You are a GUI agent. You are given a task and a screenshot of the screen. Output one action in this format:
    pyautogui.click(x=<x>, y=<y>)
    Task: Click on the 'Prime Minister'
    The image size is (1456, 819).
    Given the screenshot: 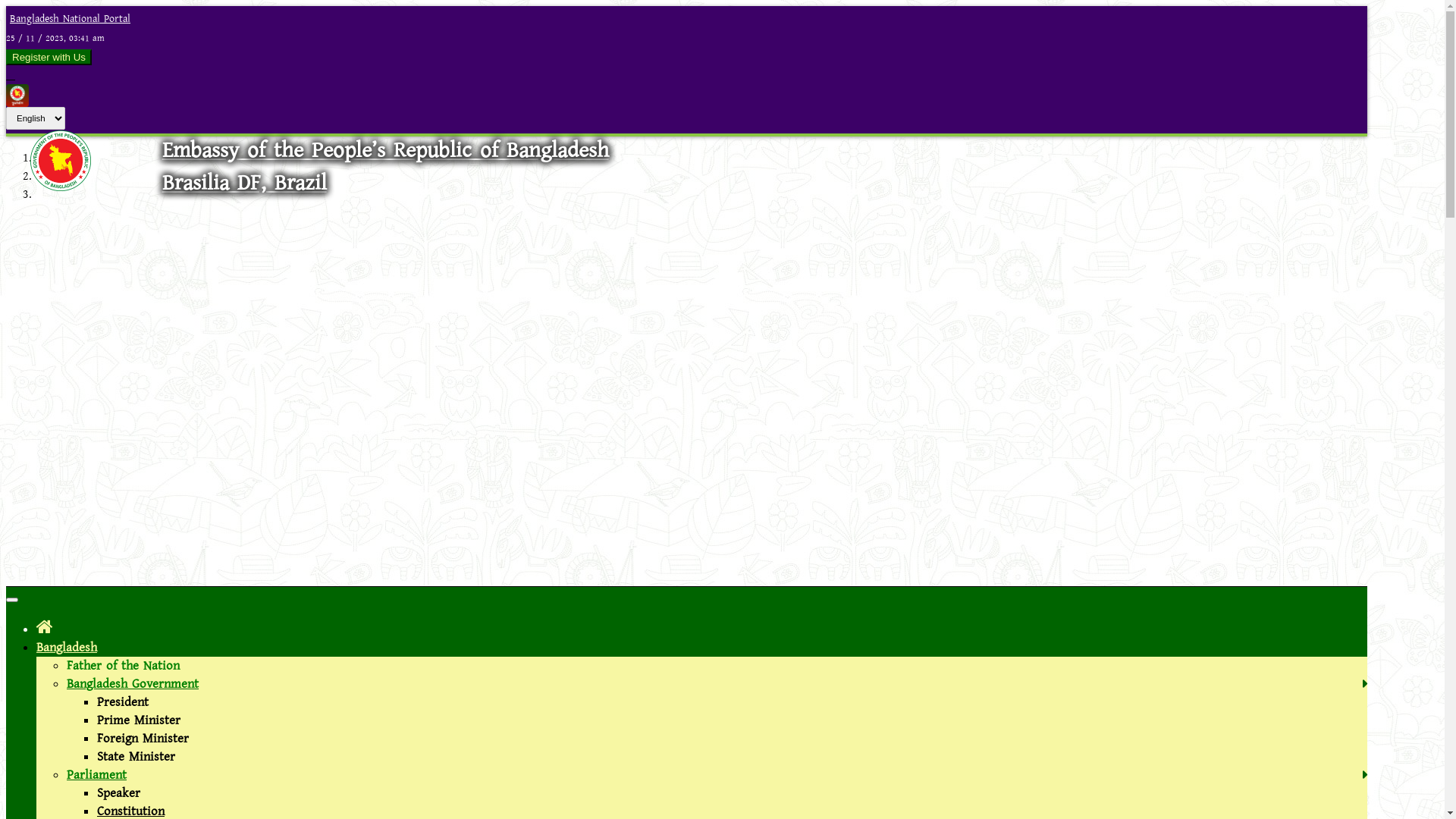 What is the action you would take?
    pyautogui.click(x=138, y=719)
    